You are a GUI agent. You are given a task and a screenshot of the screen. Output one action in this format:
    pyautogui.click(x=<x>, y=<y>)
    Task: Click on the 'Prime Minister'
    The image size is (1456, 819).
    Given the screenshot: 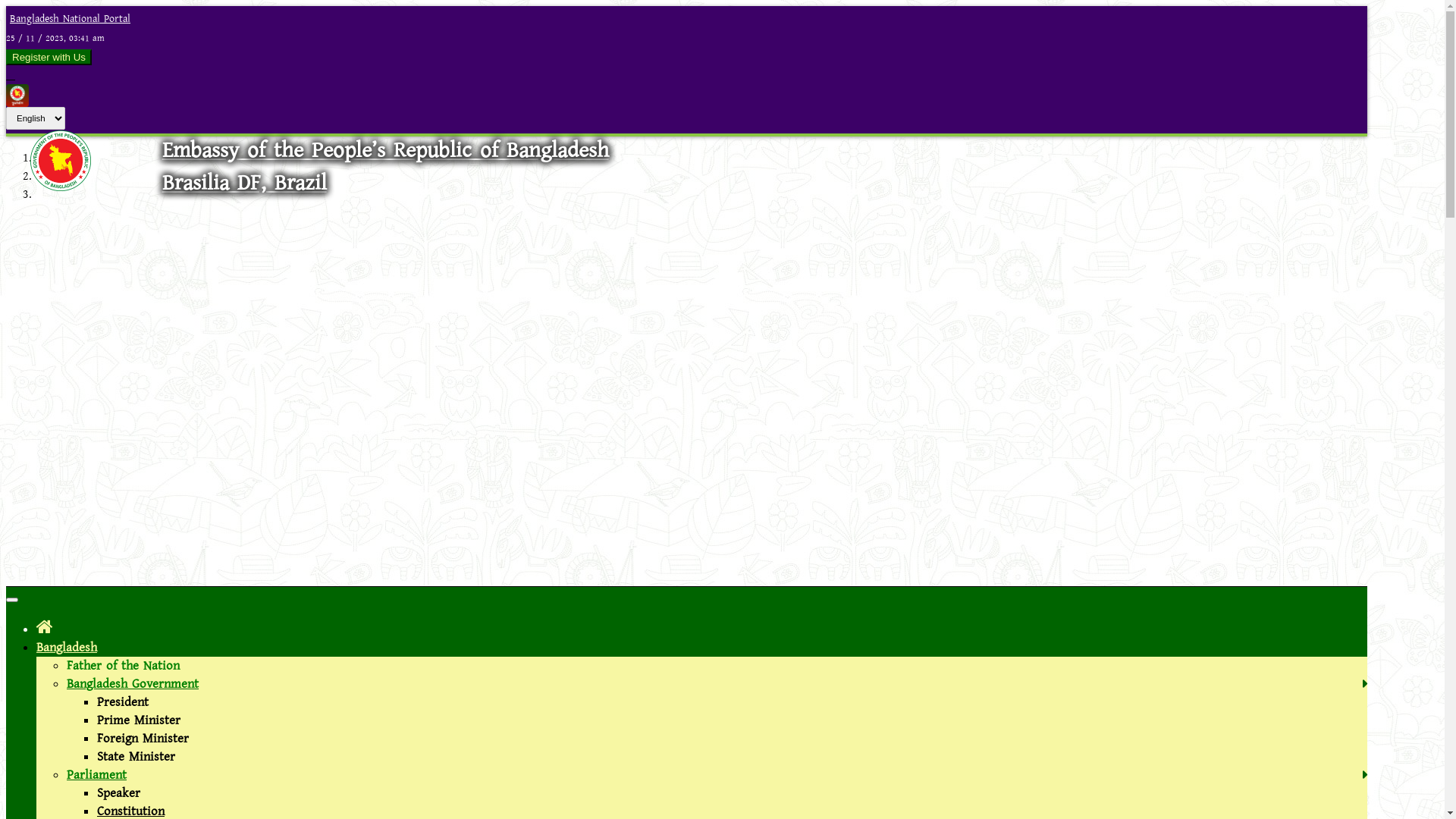 What is the action you would take?
    pyautogui.click(x=138, y=719)
    